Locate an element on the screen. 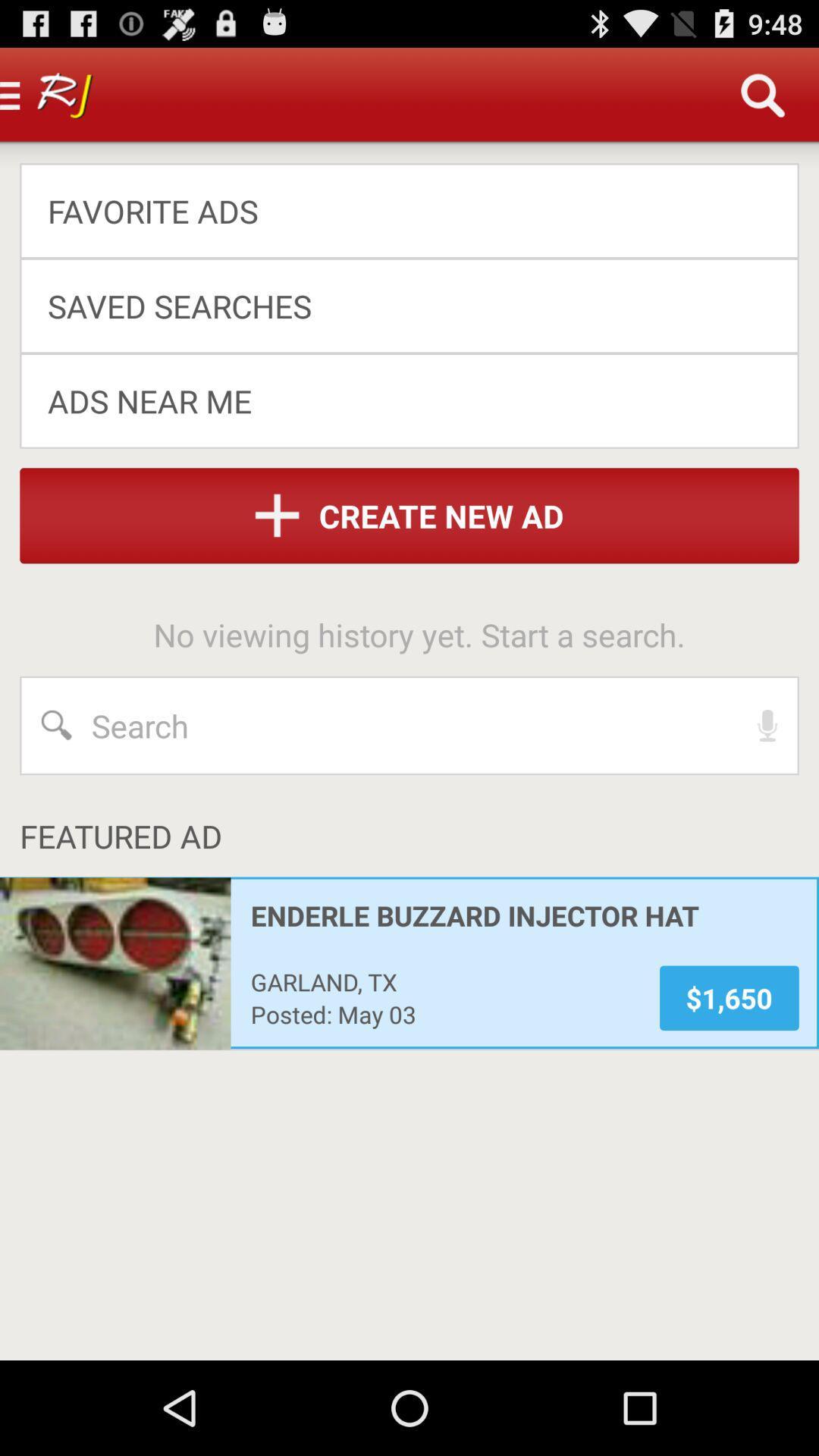 This screenshot has width=819, height=1456. the app below the saved searches app is located at coordinates (398, 400).